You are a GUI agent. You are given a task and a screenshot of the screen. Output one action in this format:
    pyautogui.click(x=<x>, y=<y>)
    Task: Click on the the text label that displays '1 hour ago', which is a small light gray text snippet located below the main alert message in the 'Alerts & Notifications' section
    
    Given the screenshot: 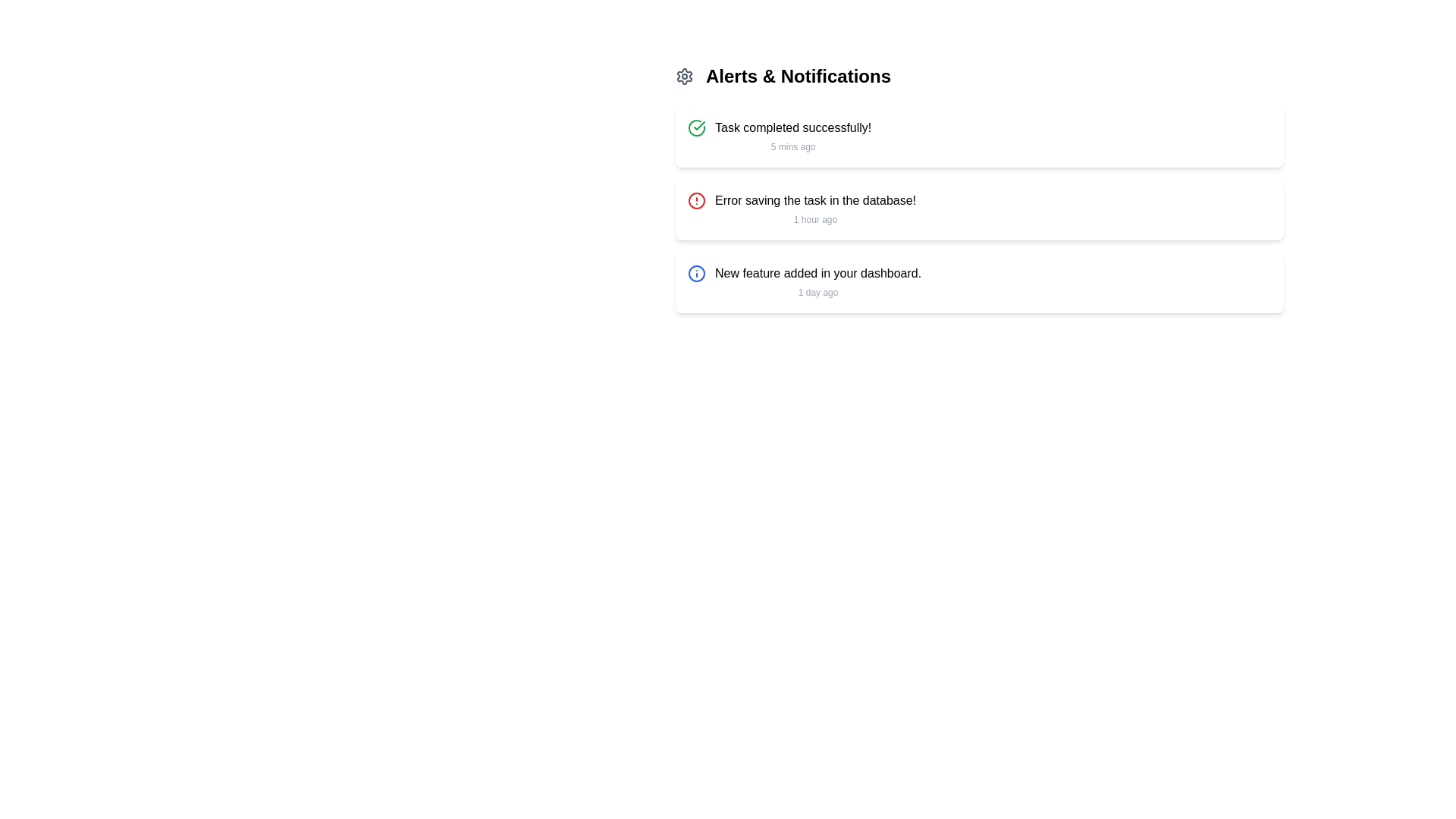 What is the action you would take?
    pyautogui.click(x=814, y=219)
    